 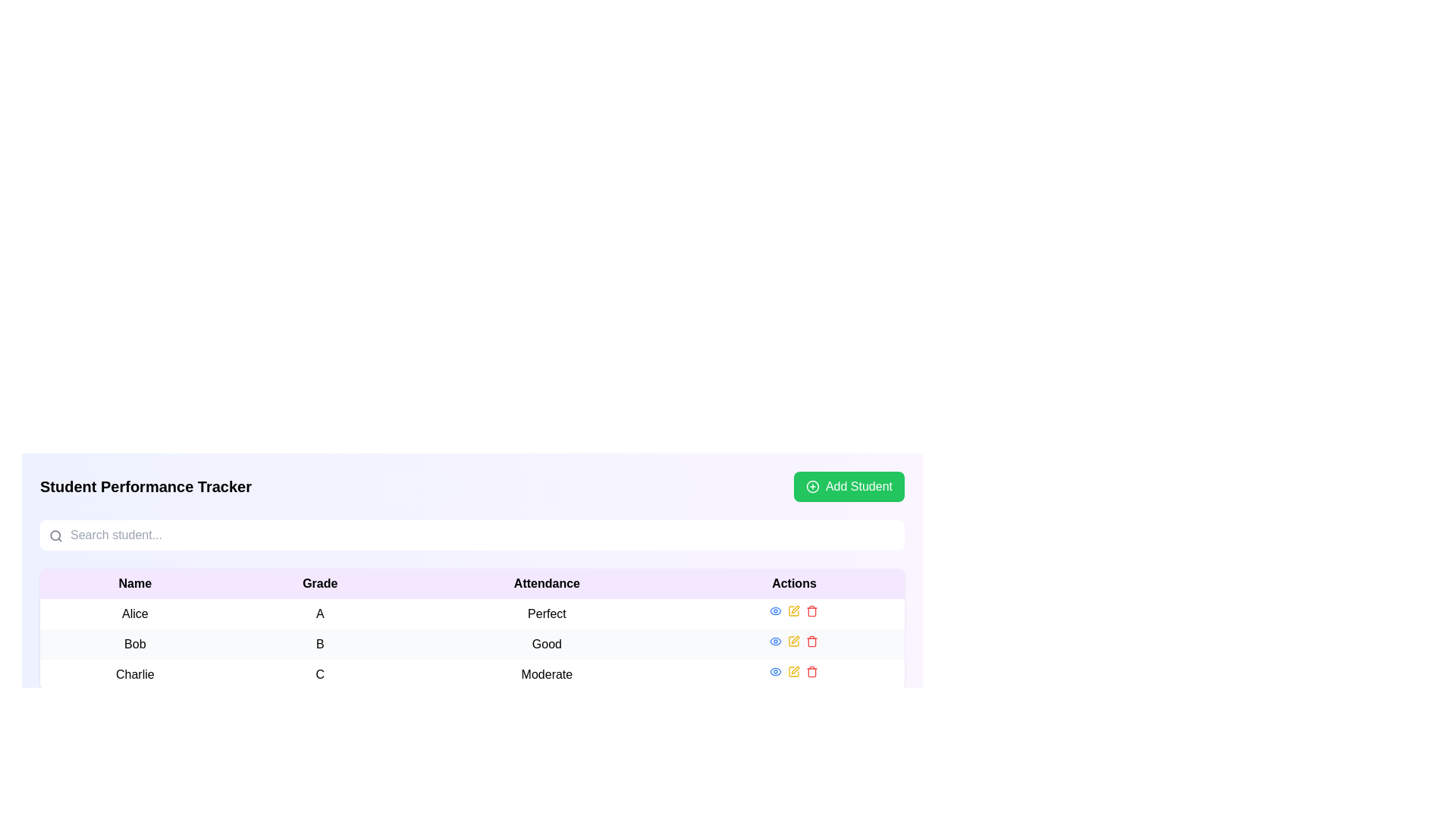 What do you see at coordinates (793, 583) in the screenshot?
I see `the 'Actions' header label in the data table, which is the last column header indicating actions for each row` at bounding box center [793, 583].